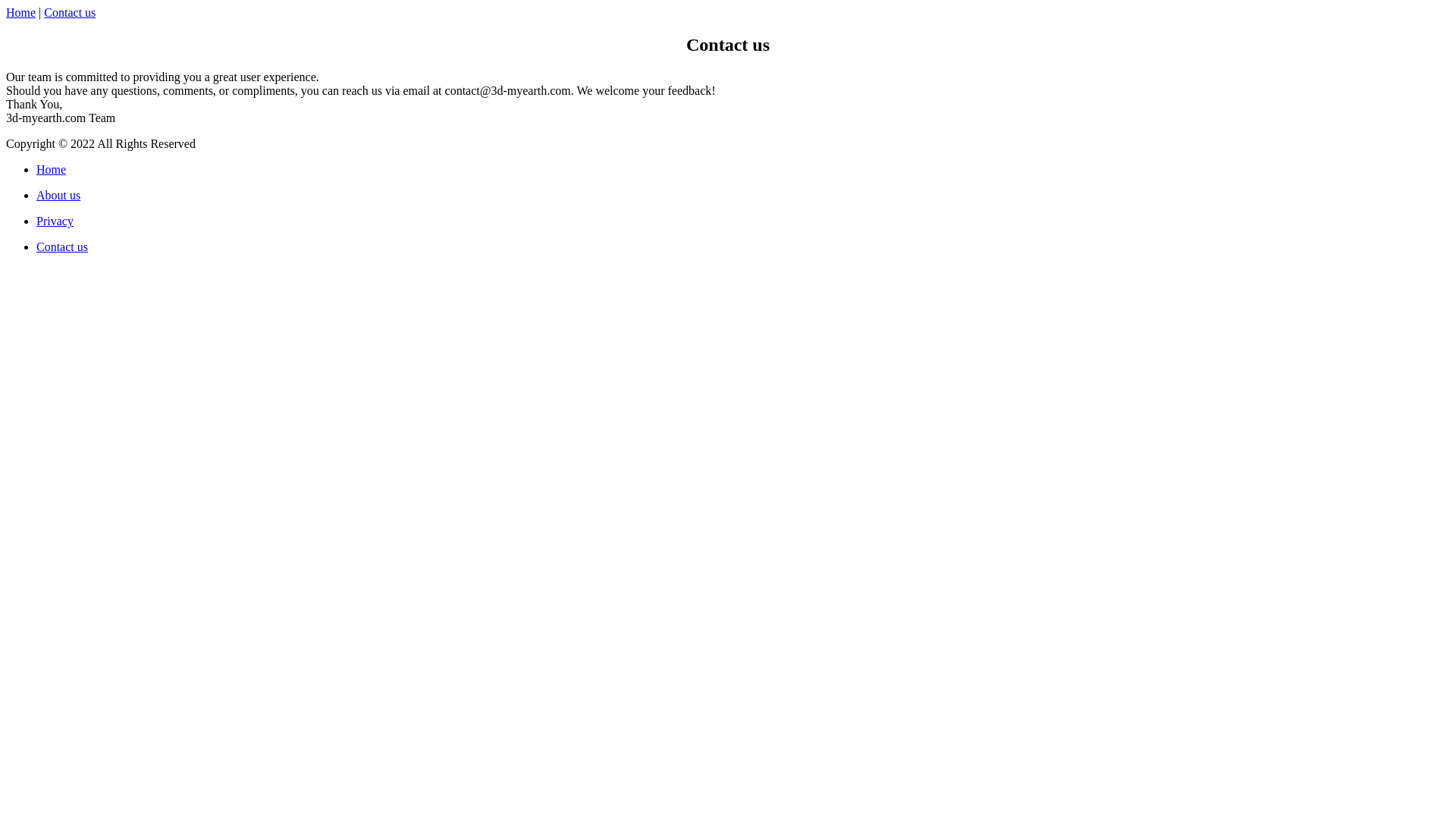 The height and width of the screenshot is (819, 1456). What do you see at coordinates (51, 169) in the screenshot?
I see `'Home'` at bounding box center [51, 169].